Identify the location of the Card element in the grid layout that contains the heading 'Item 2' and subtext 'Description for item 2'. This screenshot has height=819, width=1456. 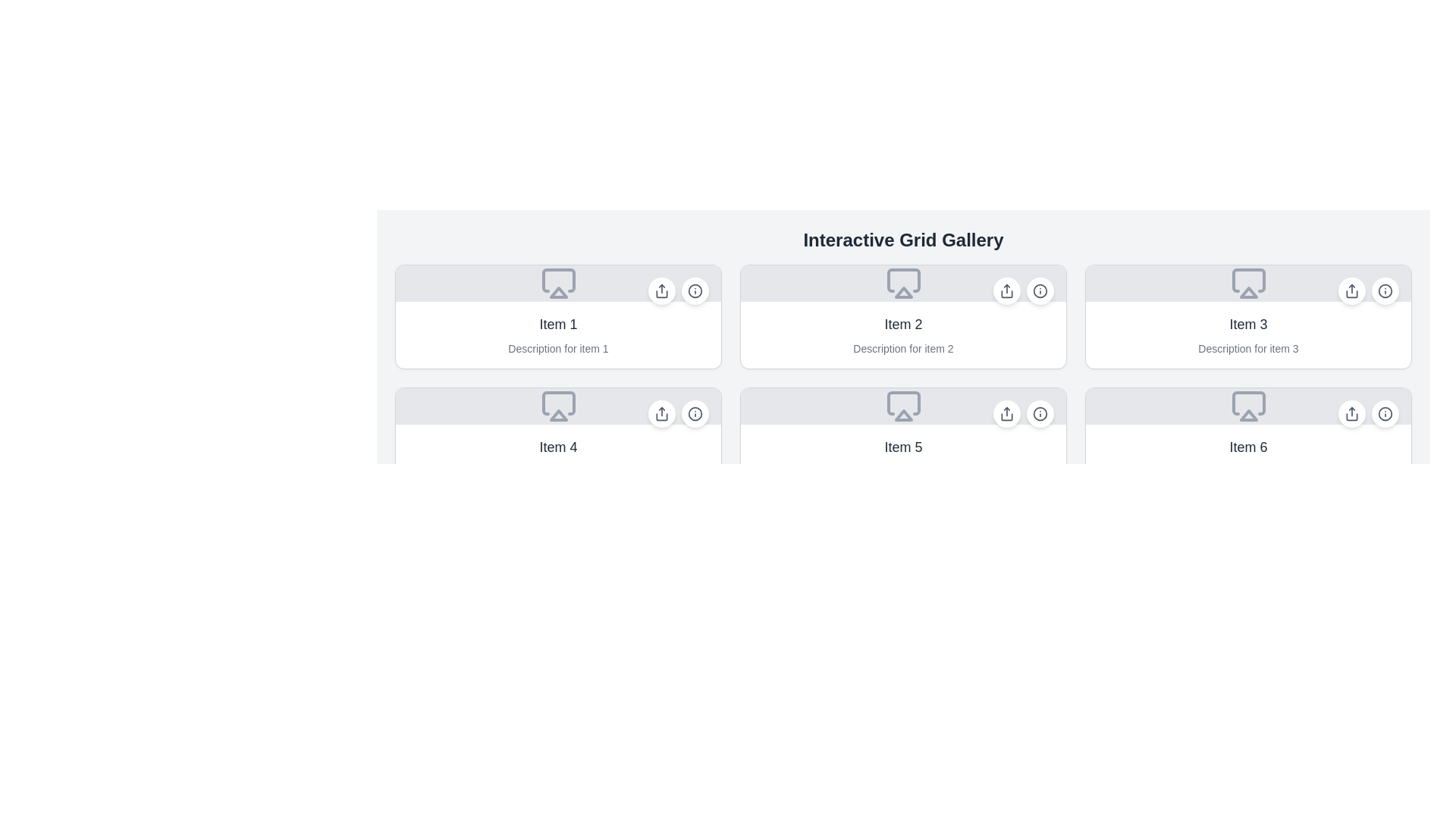
(903, 315).